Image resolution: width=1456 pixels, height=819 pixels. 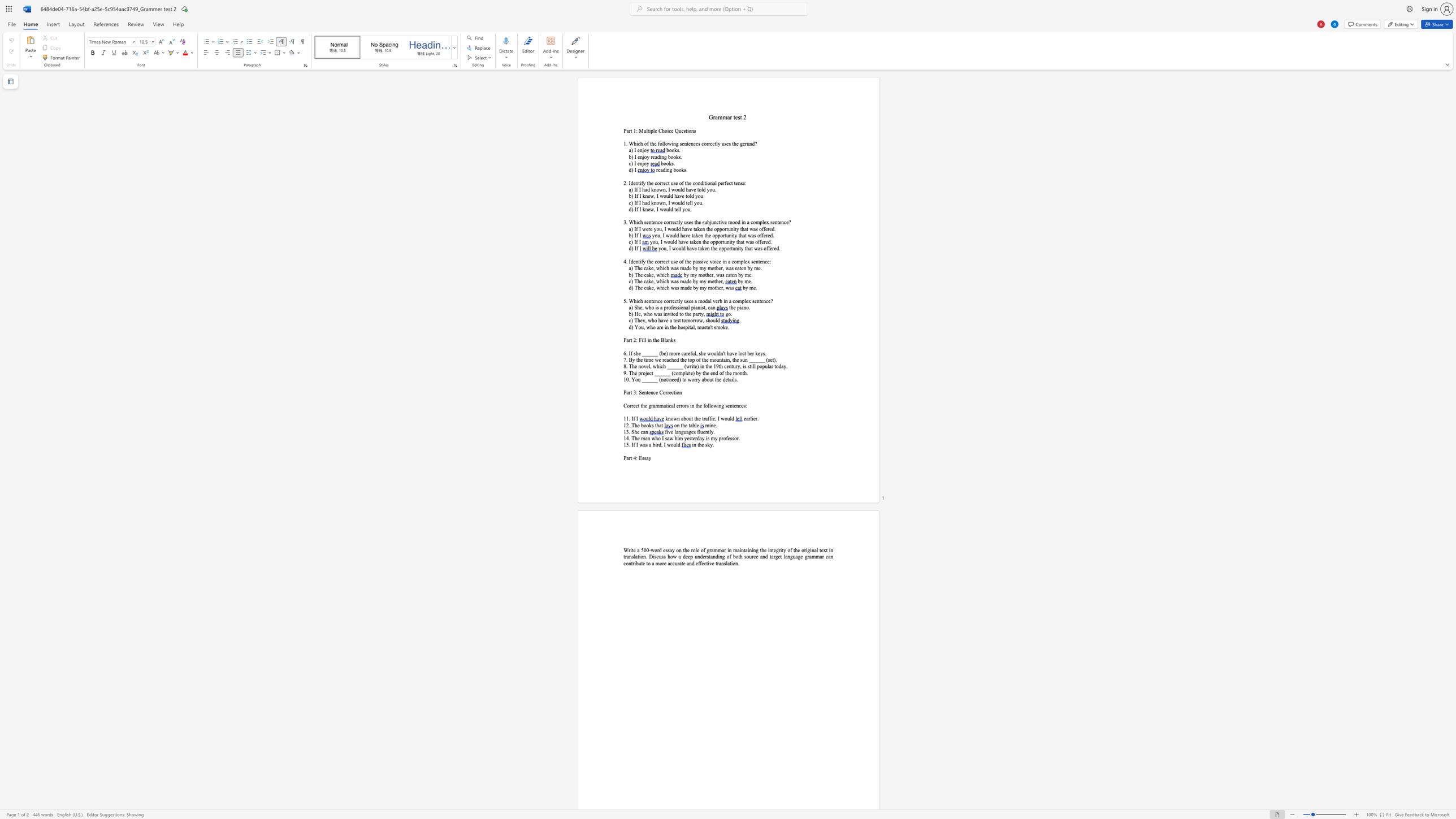 I want to click on the space between the continuous character "o" and "n" in the text, so click(x=679, y=392).